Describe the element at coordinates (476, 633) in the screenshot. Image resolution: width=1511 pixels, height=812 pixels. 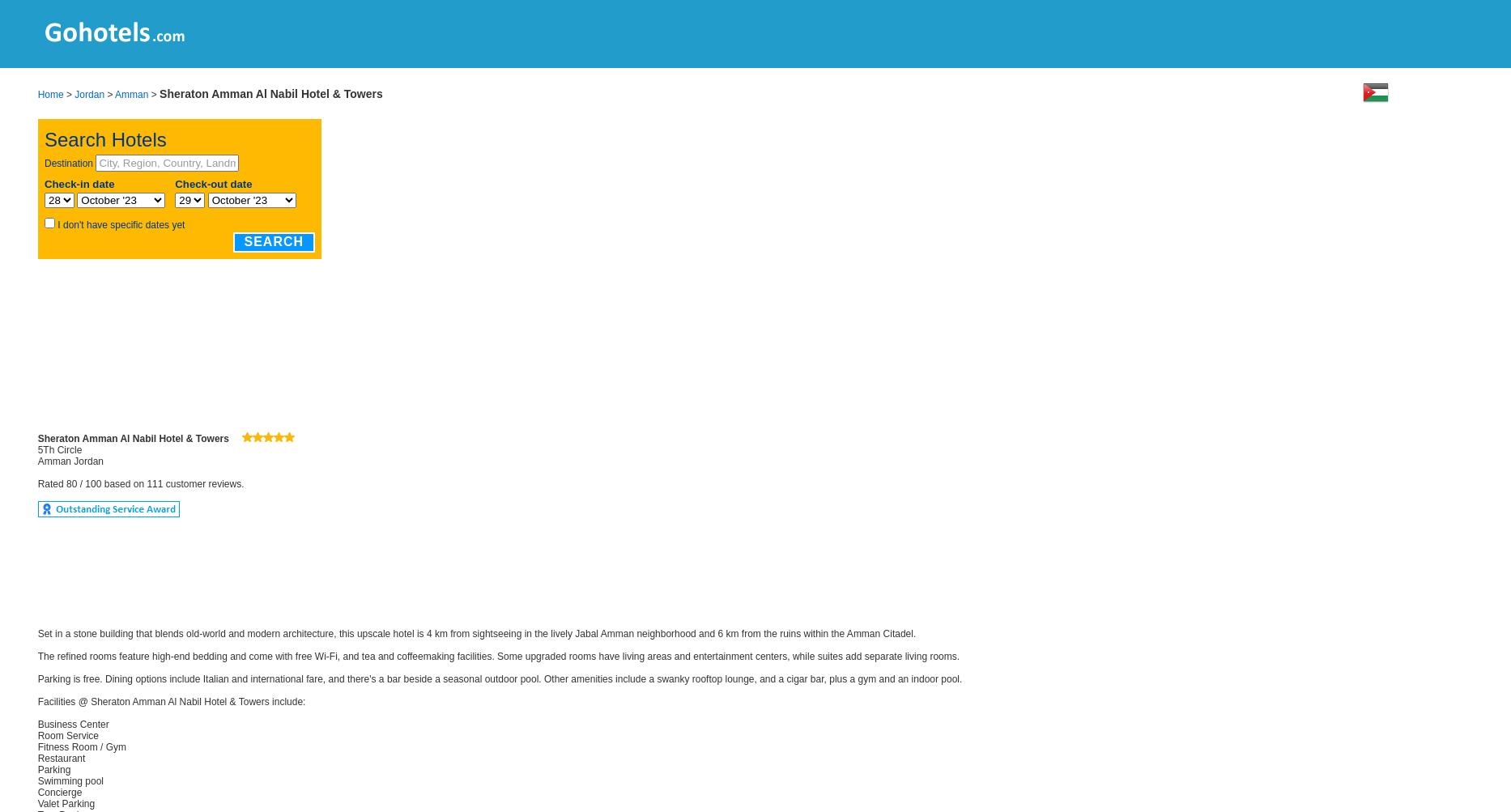
I see `'Set in a stone building that blends old-world and modern architecture, this upscale hotel is 4 km from sightseeing in the lively Jabal Amman neighborhood and 6 km from the ruins within the Amman Citadel.'` at that location.